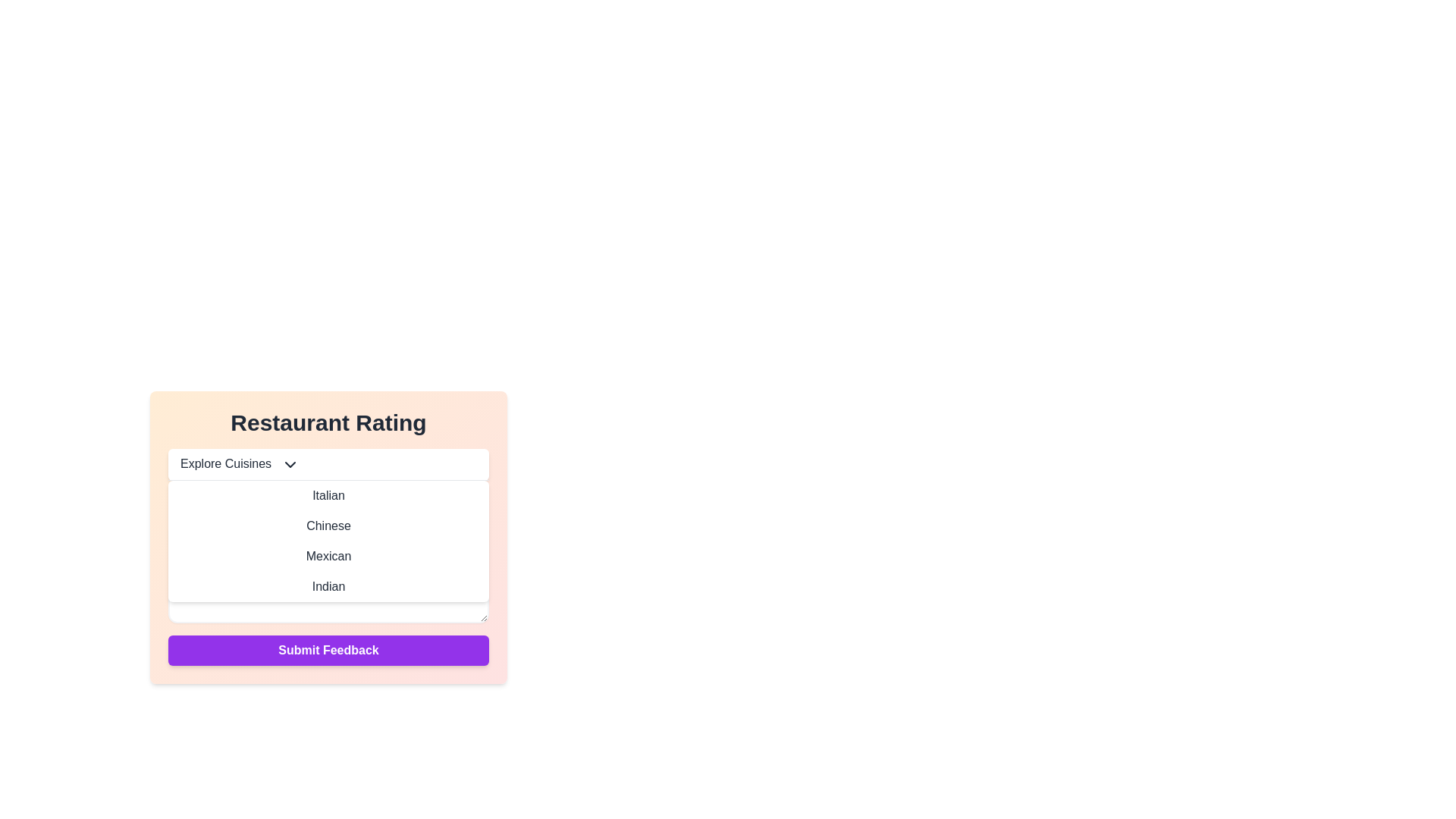  I want to click on the 'Submit Feedback' button, which has a vibrant purple background and white text, located at the bottom of the 'Restaurant Rating' panel, so click(328, 649).